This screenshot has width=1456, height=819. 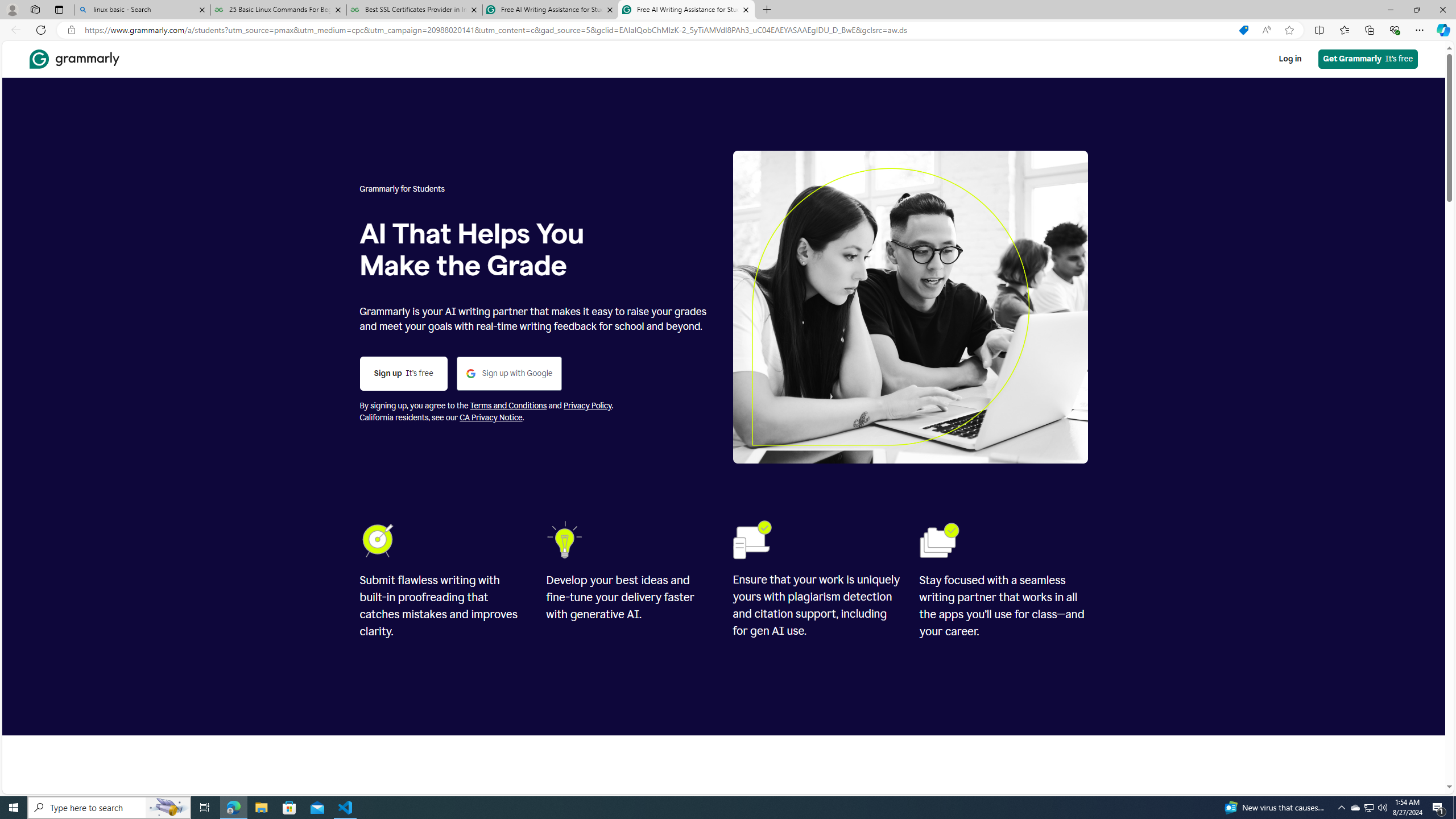 What do you see at coordinates (415, 9) in the screenshot?
I see `'Best SSL Certificates Provider in India - GeeksforGeeks'` at bounding box center [415, 9].